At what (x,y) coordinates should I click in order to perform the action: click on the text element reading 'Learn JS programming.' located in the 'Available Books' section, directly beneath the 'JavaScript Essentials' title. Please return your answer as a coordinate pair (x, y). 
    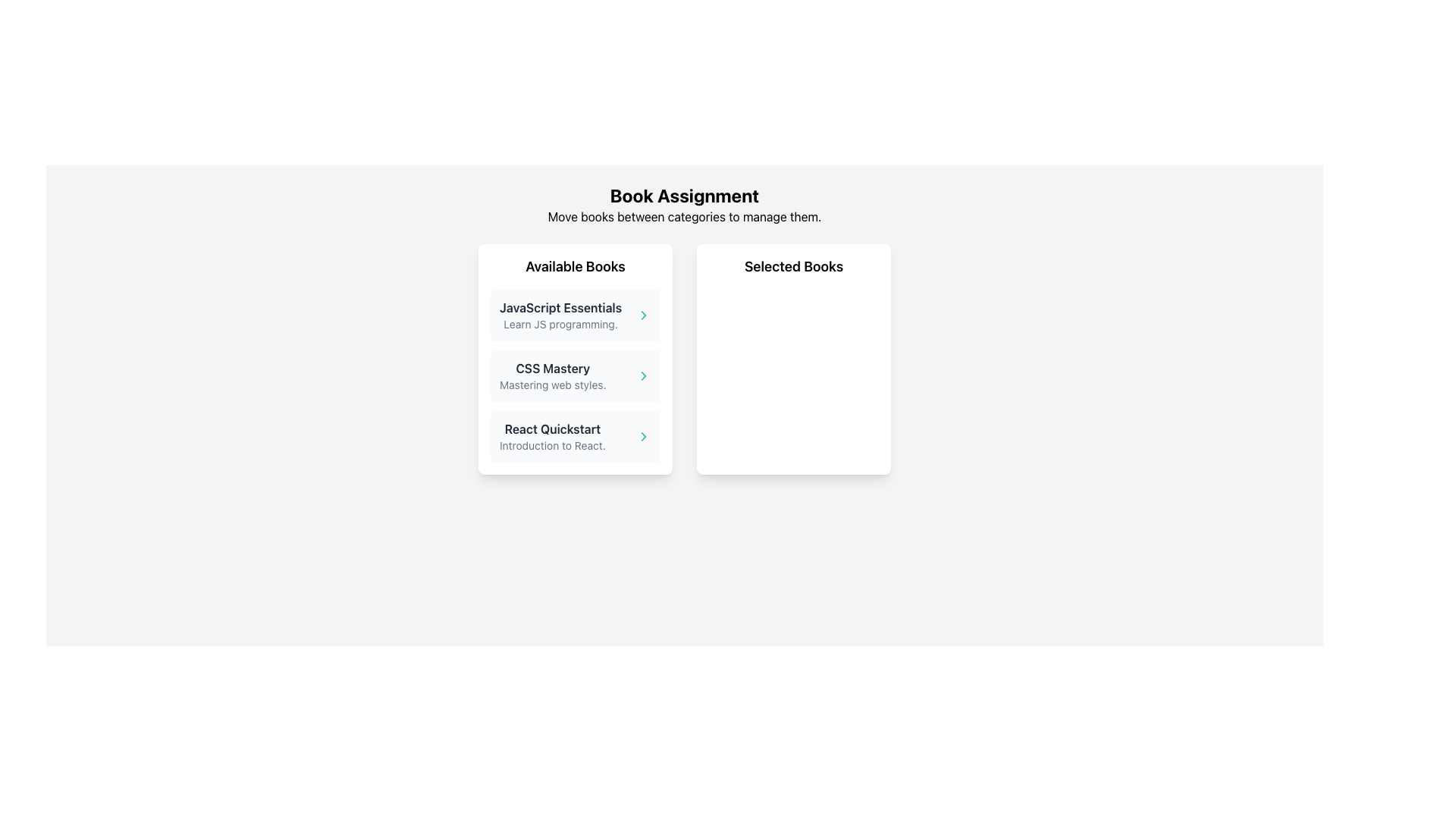
    Looking at the image, I should click on (560, 324).